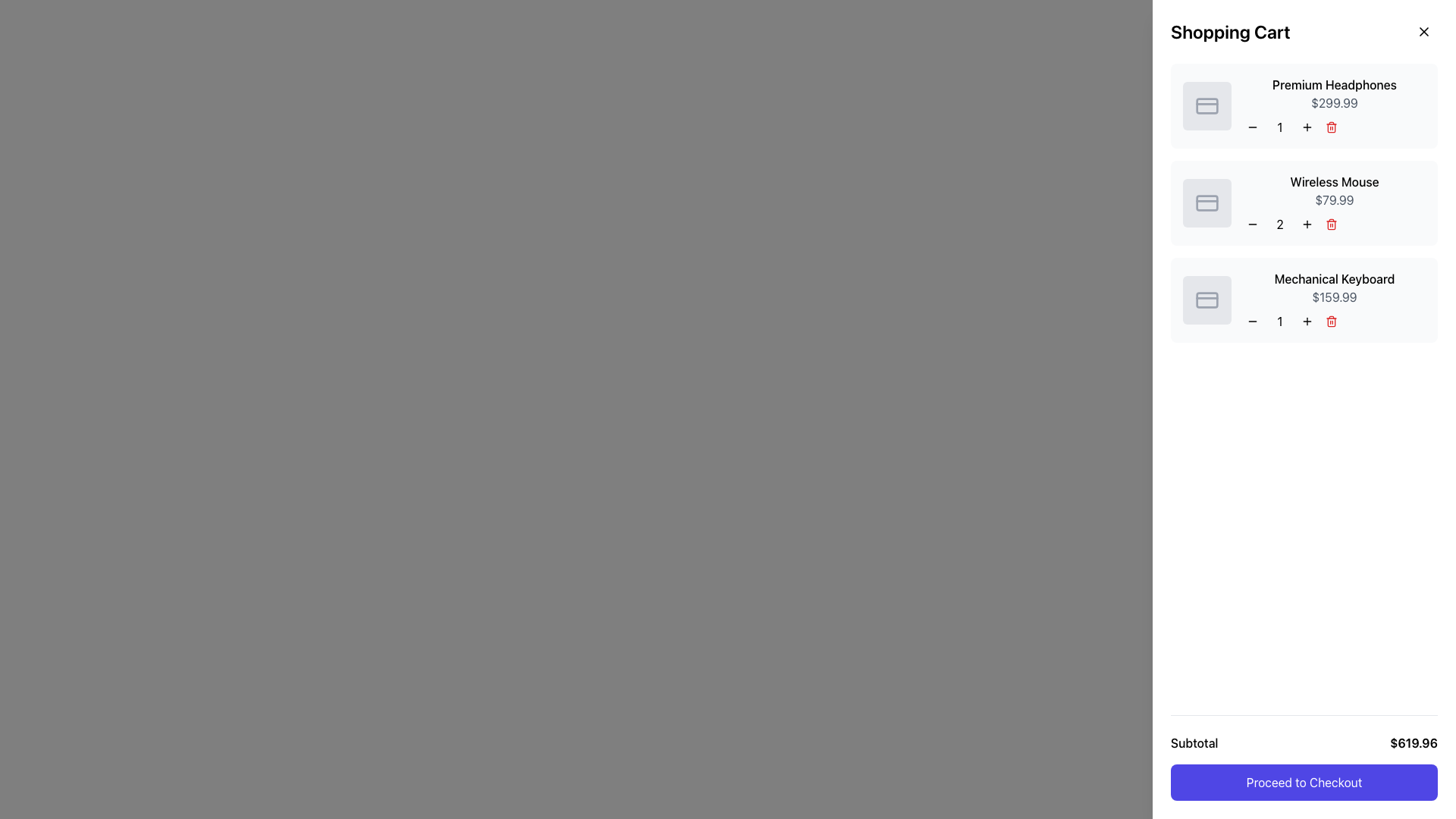 This screenshot has height=819, width=1456. What do you see at coordinates (1306, 224) in the screenshot?
I see `the increment button for the 'Wireless Mouse' to receive visual feedback indicating it's clickable` at bounding box center [1306, 224].